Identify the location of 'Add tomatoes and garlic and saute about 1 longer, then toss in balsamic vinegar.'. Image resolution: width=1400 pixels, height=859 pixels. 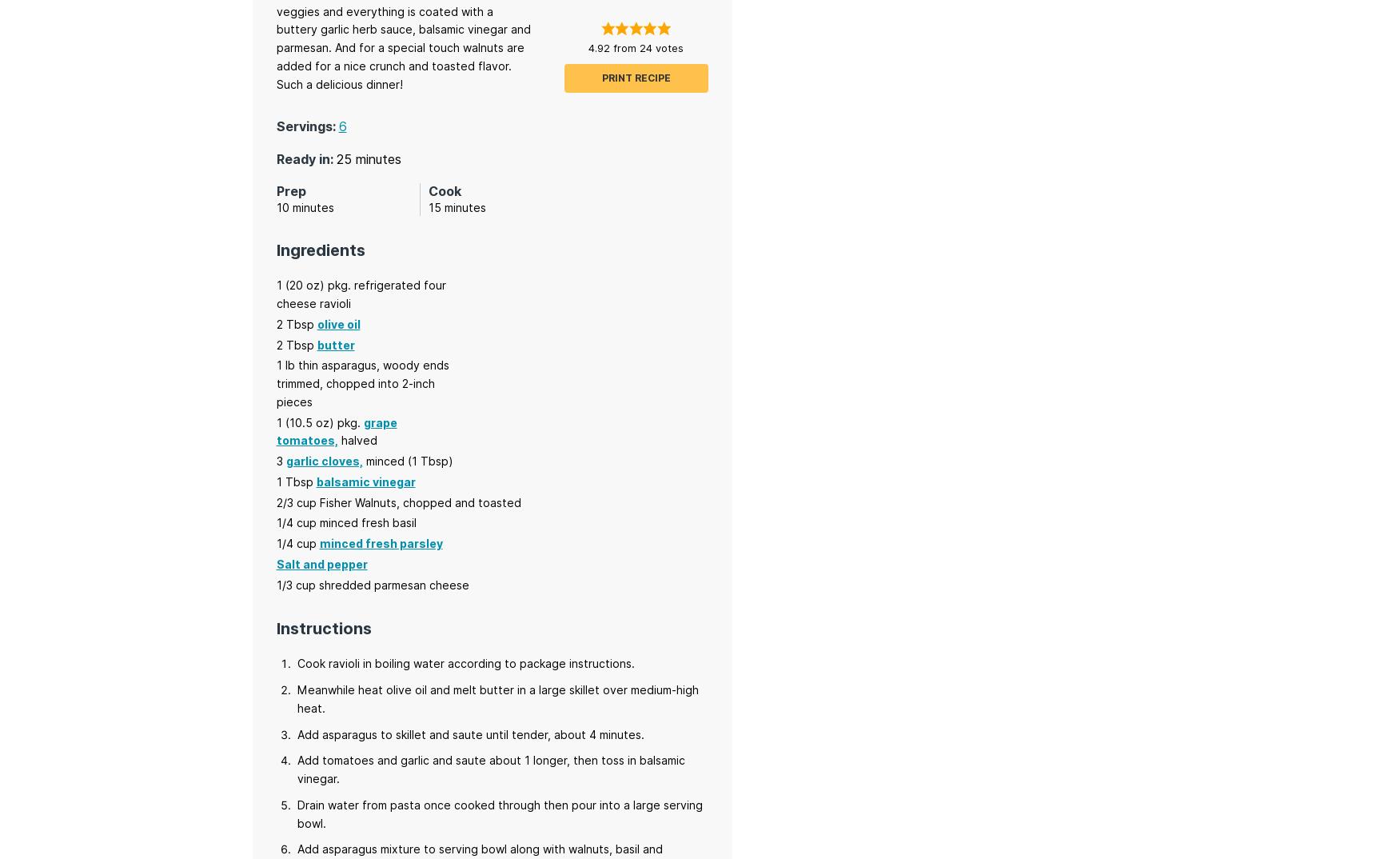
(490, 769).